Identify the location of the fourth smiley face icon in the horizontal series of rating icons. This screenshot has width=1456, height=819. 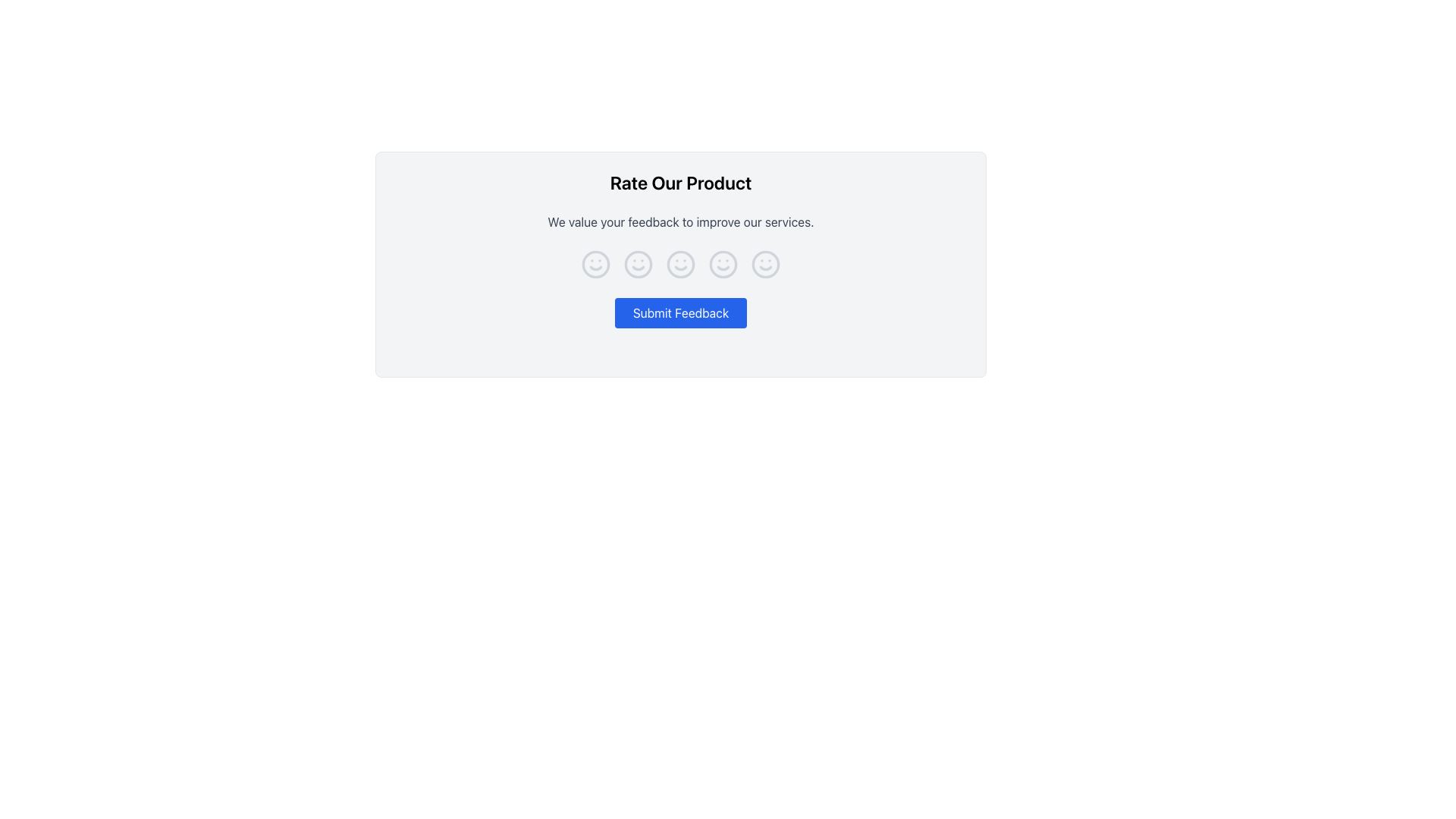
(723, 263).